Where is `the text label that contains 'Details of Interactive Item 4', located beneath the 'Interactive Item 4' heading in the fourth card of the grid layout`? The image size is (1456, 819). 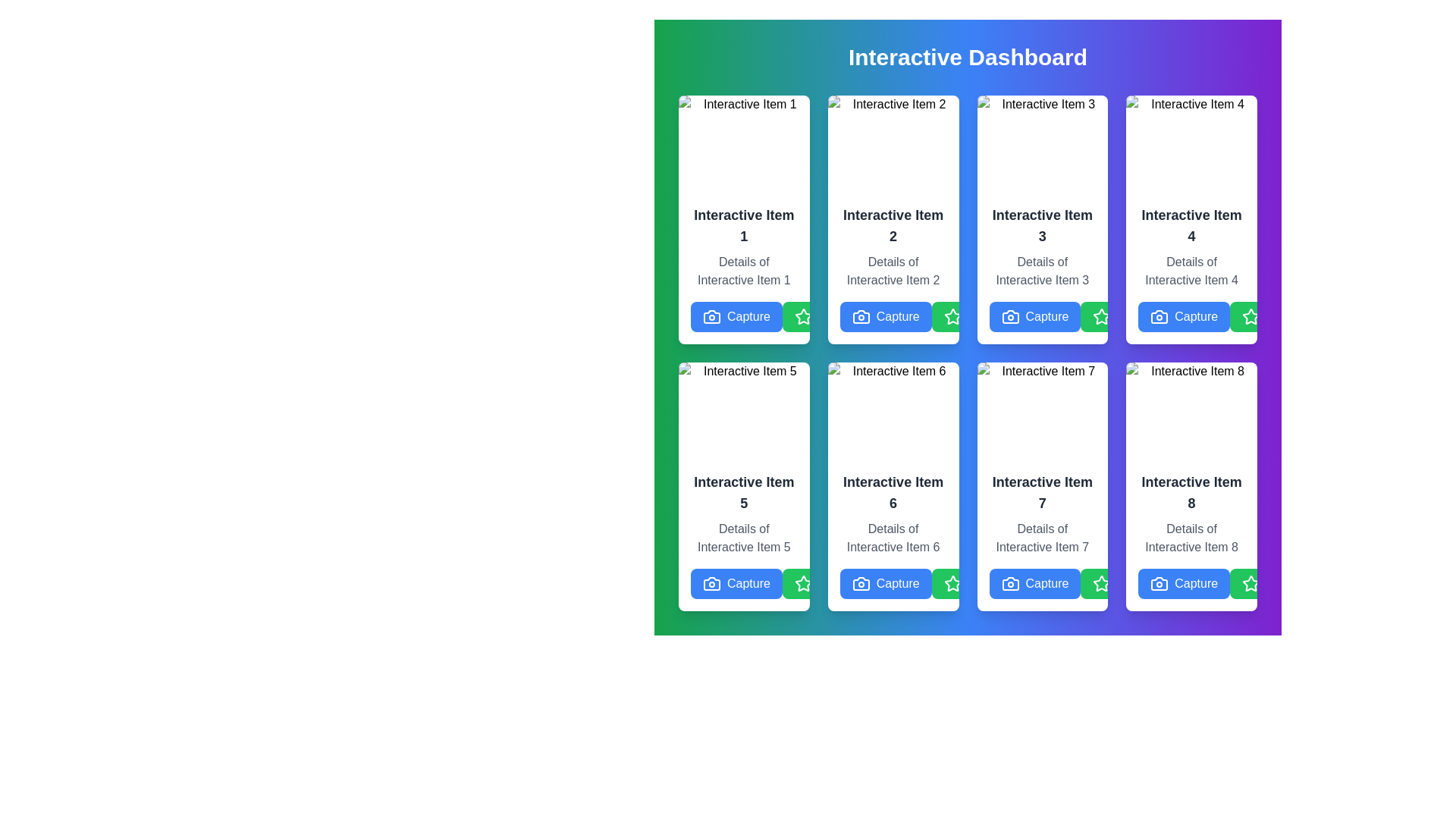
the text label that contains 'Details of Interactive Item 4', located beneath the 'Interactive Item 4' heading in the fourth card of the grid layout is located at coordinates (1191, 271).